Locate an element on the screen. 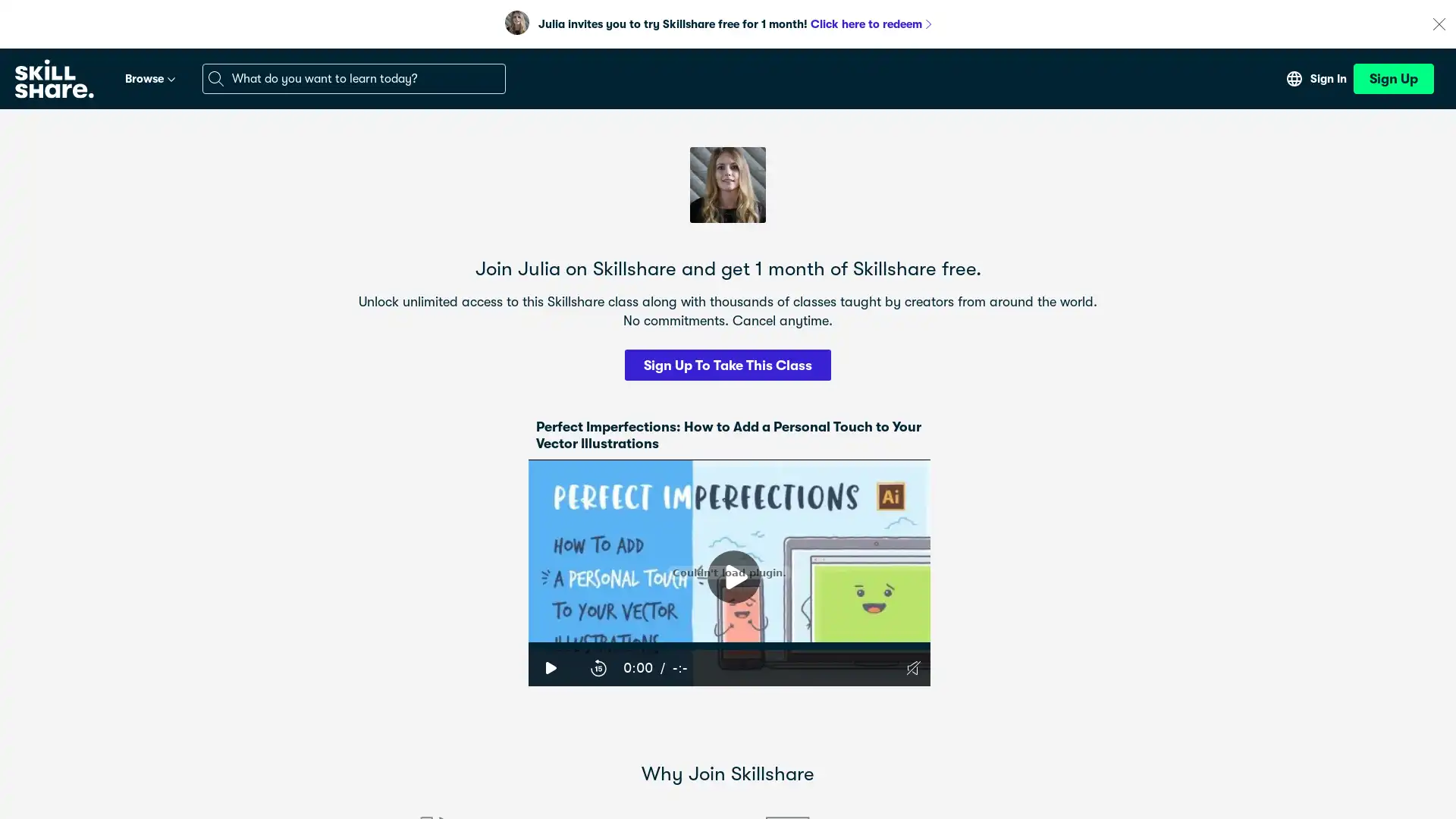 This screenshot has height=819, width=1456. 15-Second Rewind is located at coordinates (598, 666).